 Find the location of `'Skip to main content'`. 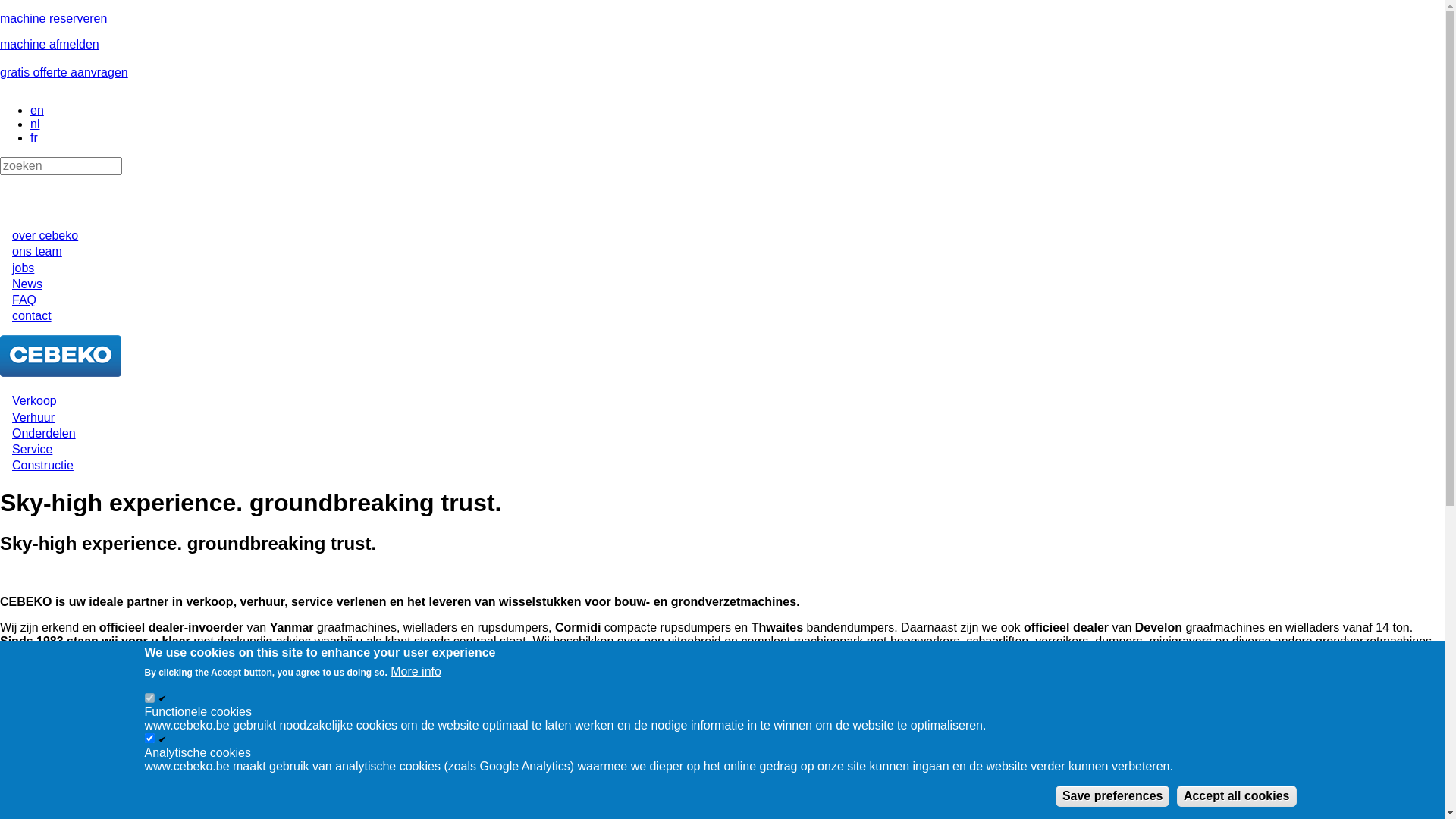

'Skip to main content' is located at coordinates (0, 12).